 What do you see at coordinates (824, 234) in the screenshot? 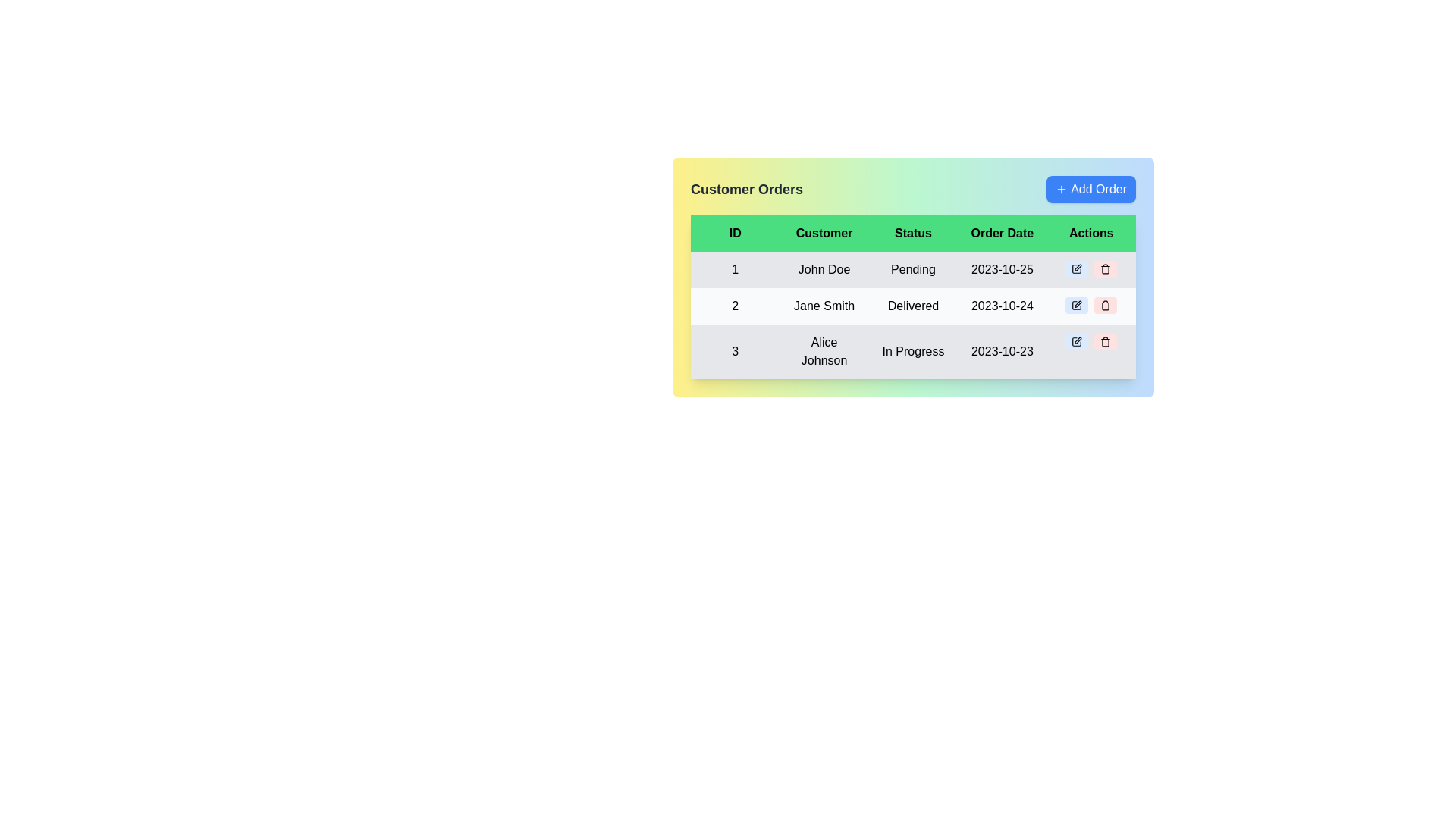
I see `the second column header in the customer data table, which is located between the 'ID' and 'Status' headers` at bounding box center [824, 234].